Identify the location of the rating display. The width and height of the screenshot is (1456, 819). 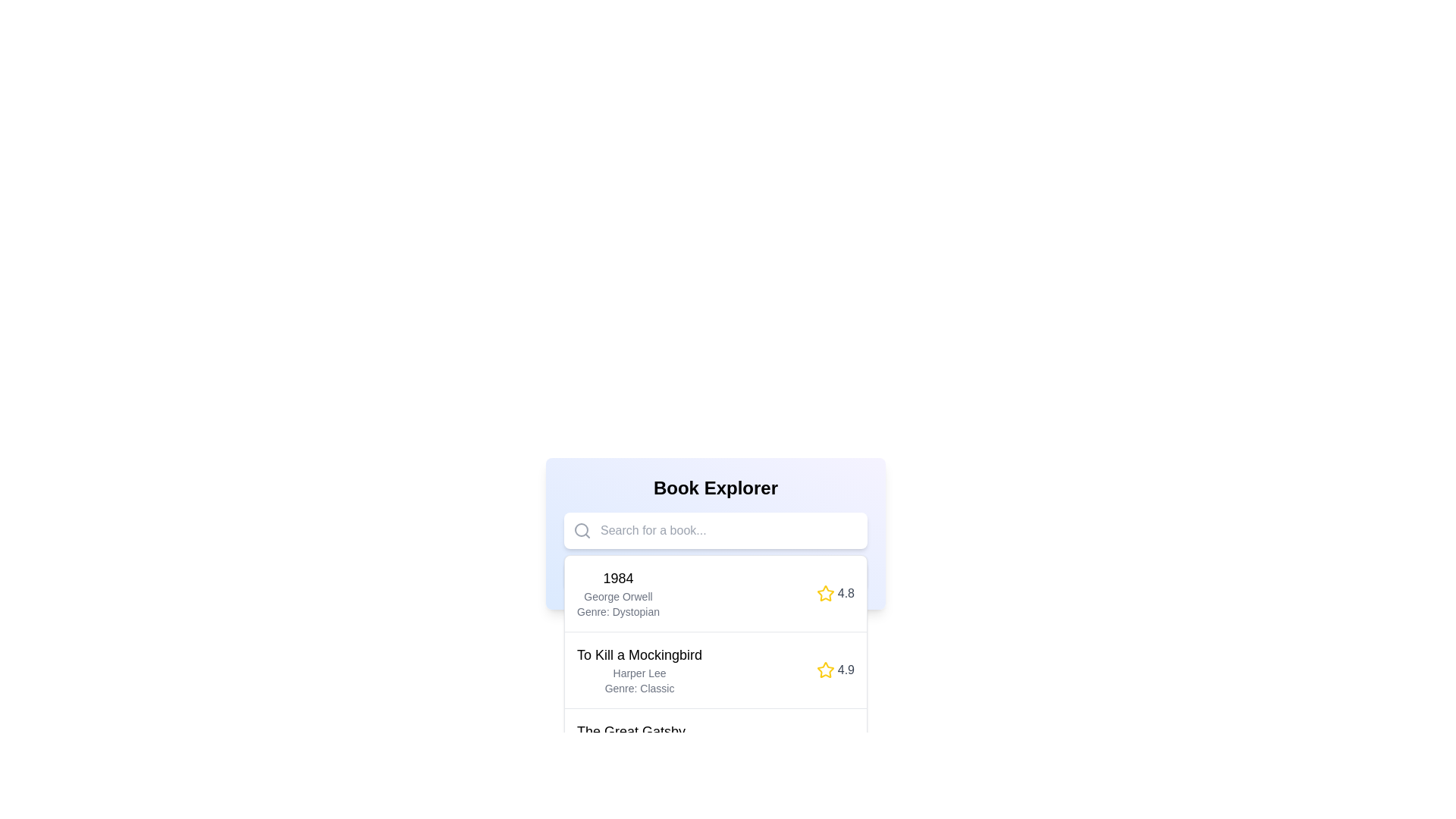
(834, 593).